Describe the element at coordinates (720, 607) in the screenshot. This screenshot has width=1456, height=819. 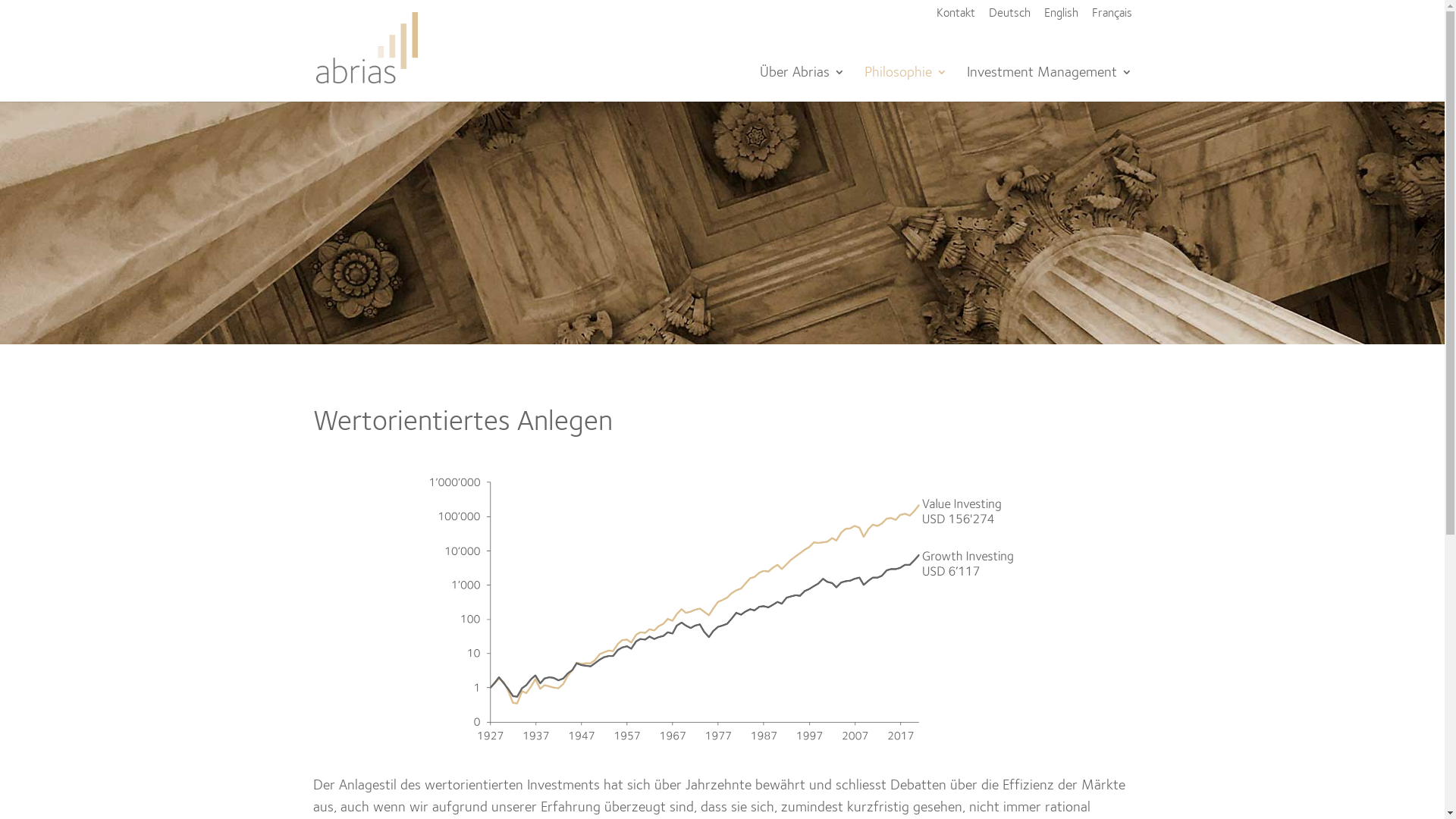
I see `'Value Investing vs. Growth Investing'` at that location.